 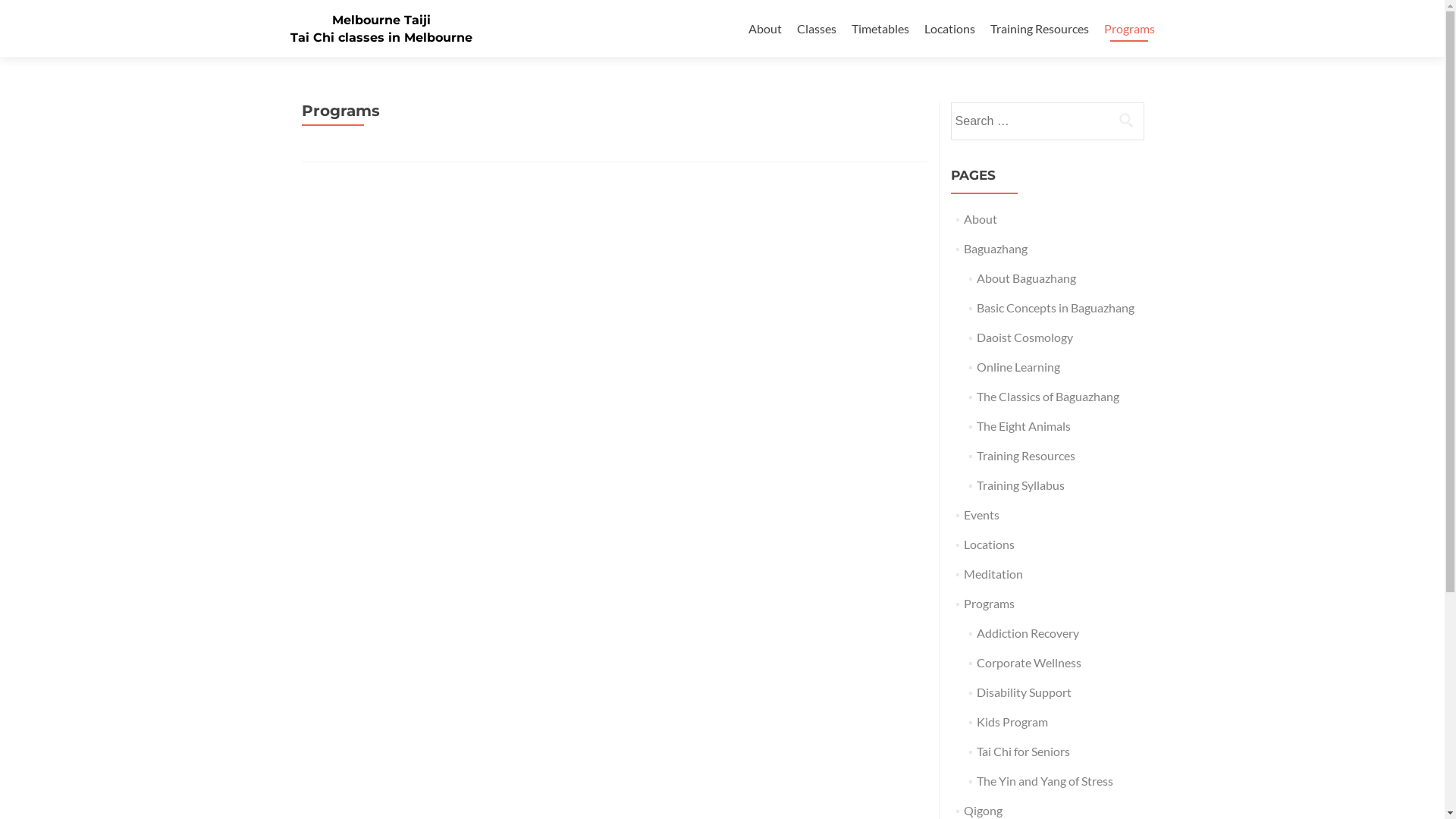 I want to click on 'Melbourne Taiji', so click(x=381, y=20).